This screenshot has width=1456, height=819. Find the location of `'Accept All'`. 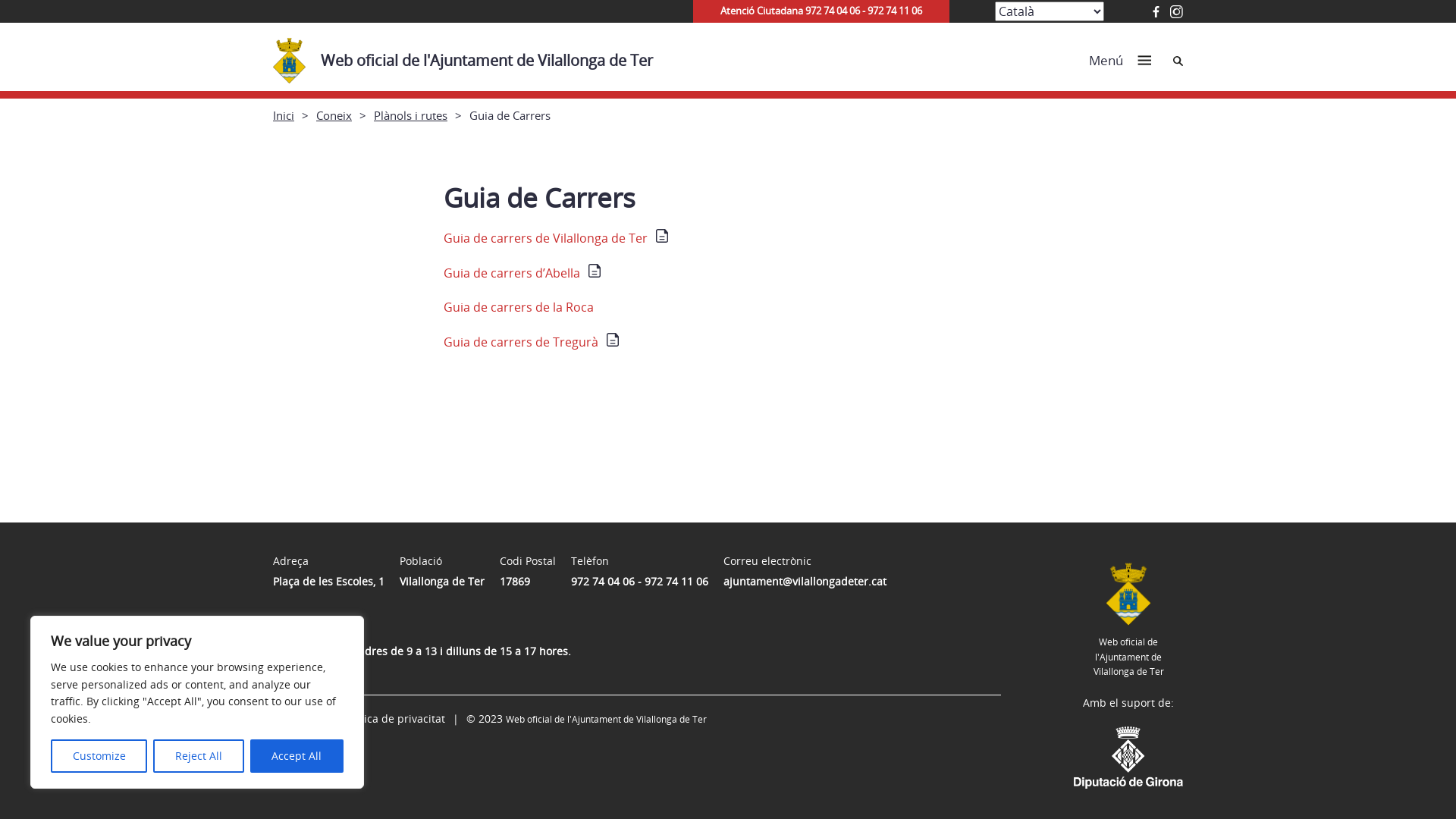

'Accept All' is located at coordinates (297, 755).